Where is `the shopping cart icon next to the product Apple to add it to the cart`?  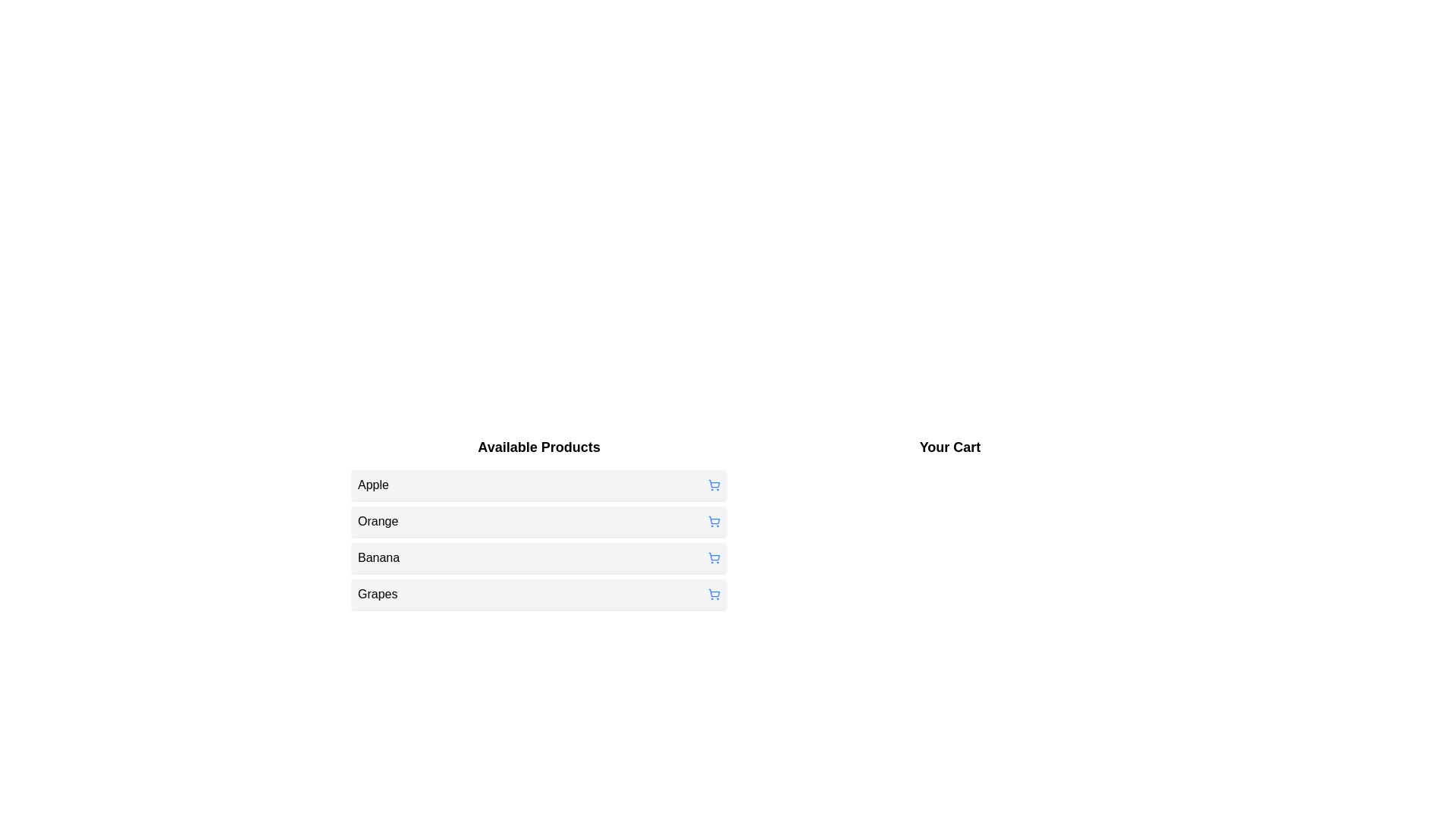 the shopping cart icon next to the product Apple to add it to the cart is located at coordinates (713, 485).